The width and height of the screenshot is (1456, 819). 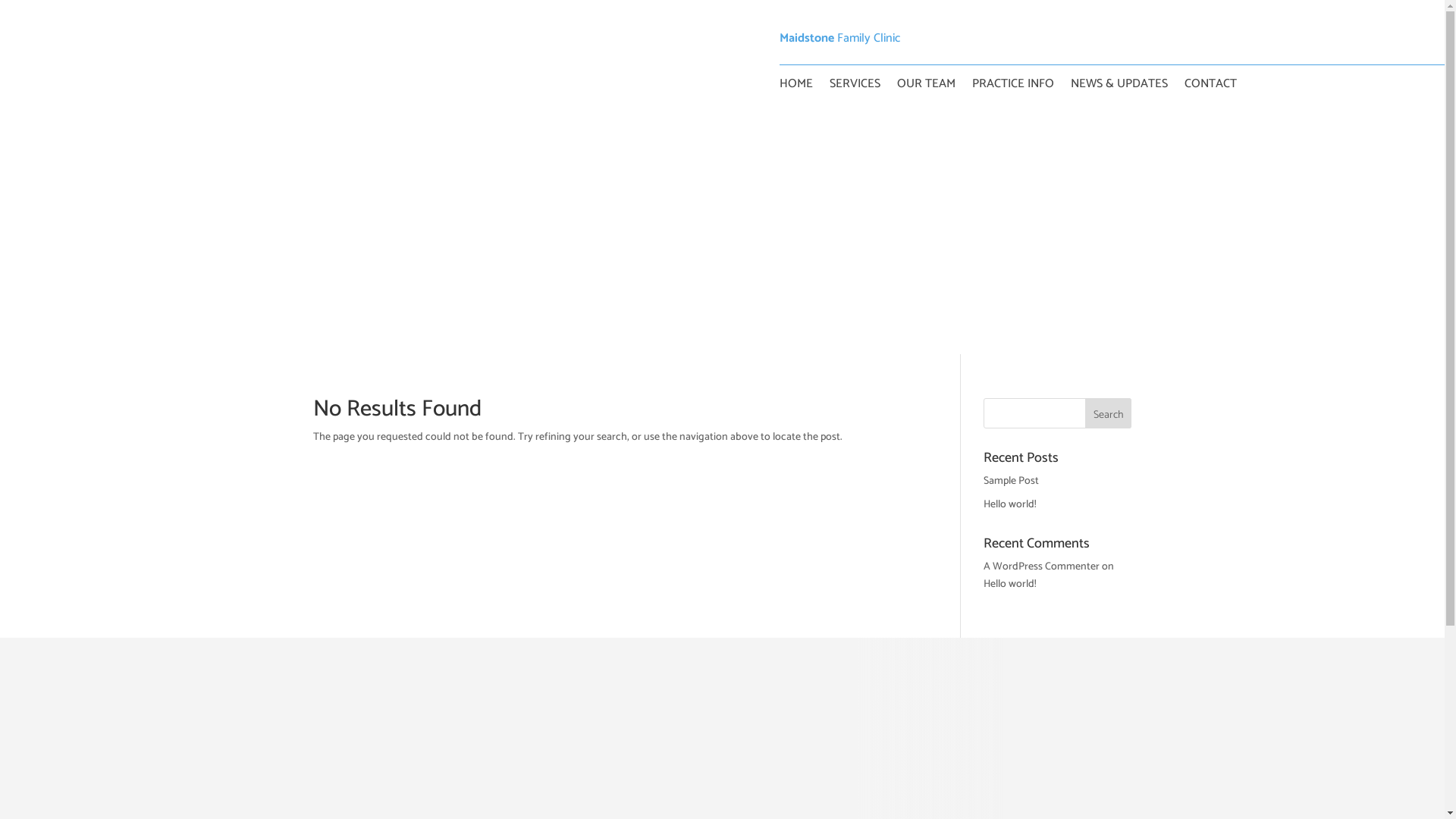 I want to click on 'A WordPress Commenter', so click(x=1040, y=566).